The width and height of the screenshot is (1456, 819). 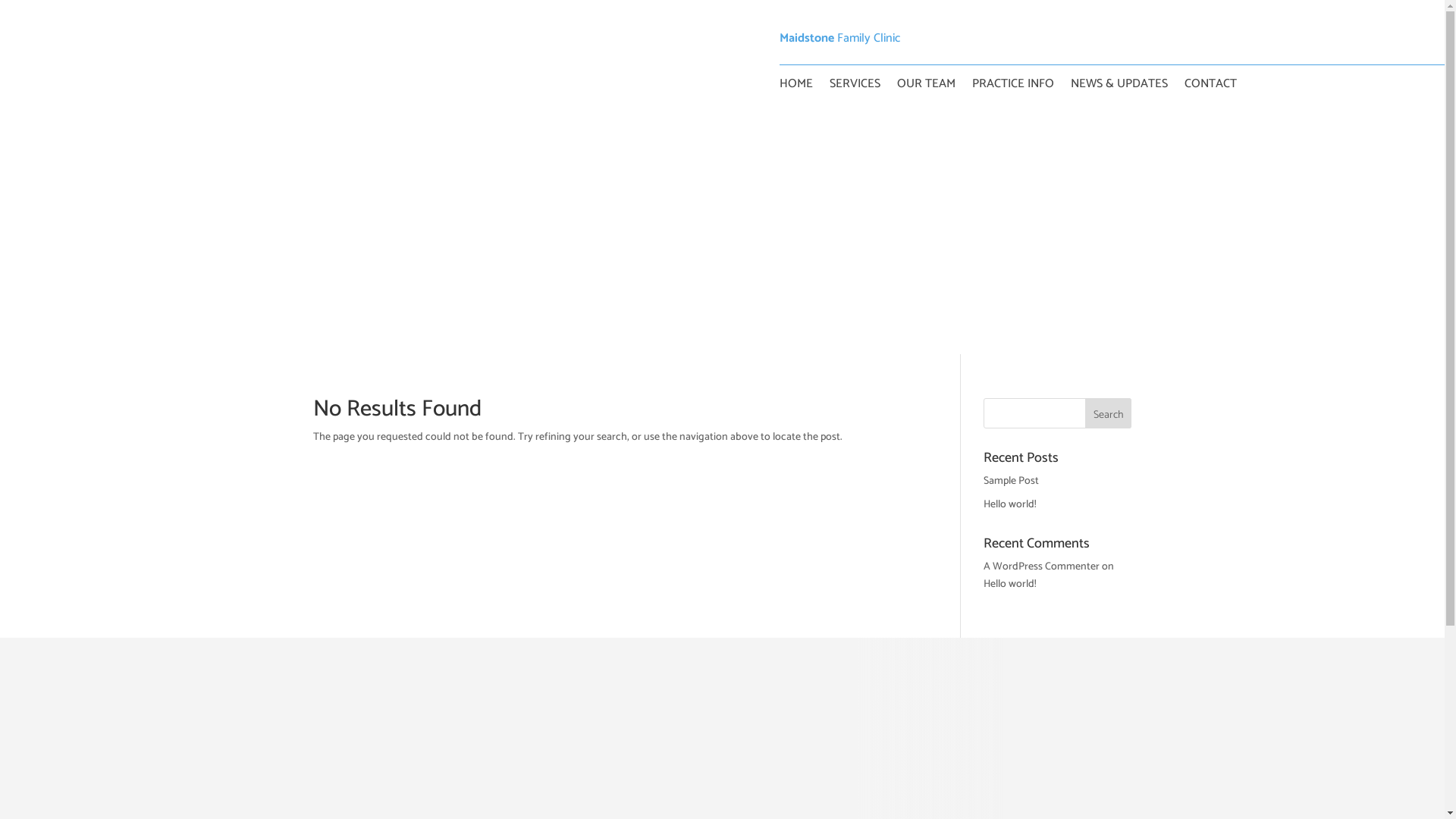 I want to click on 'A WordPress Commenter', so click(x=1040, y=566).